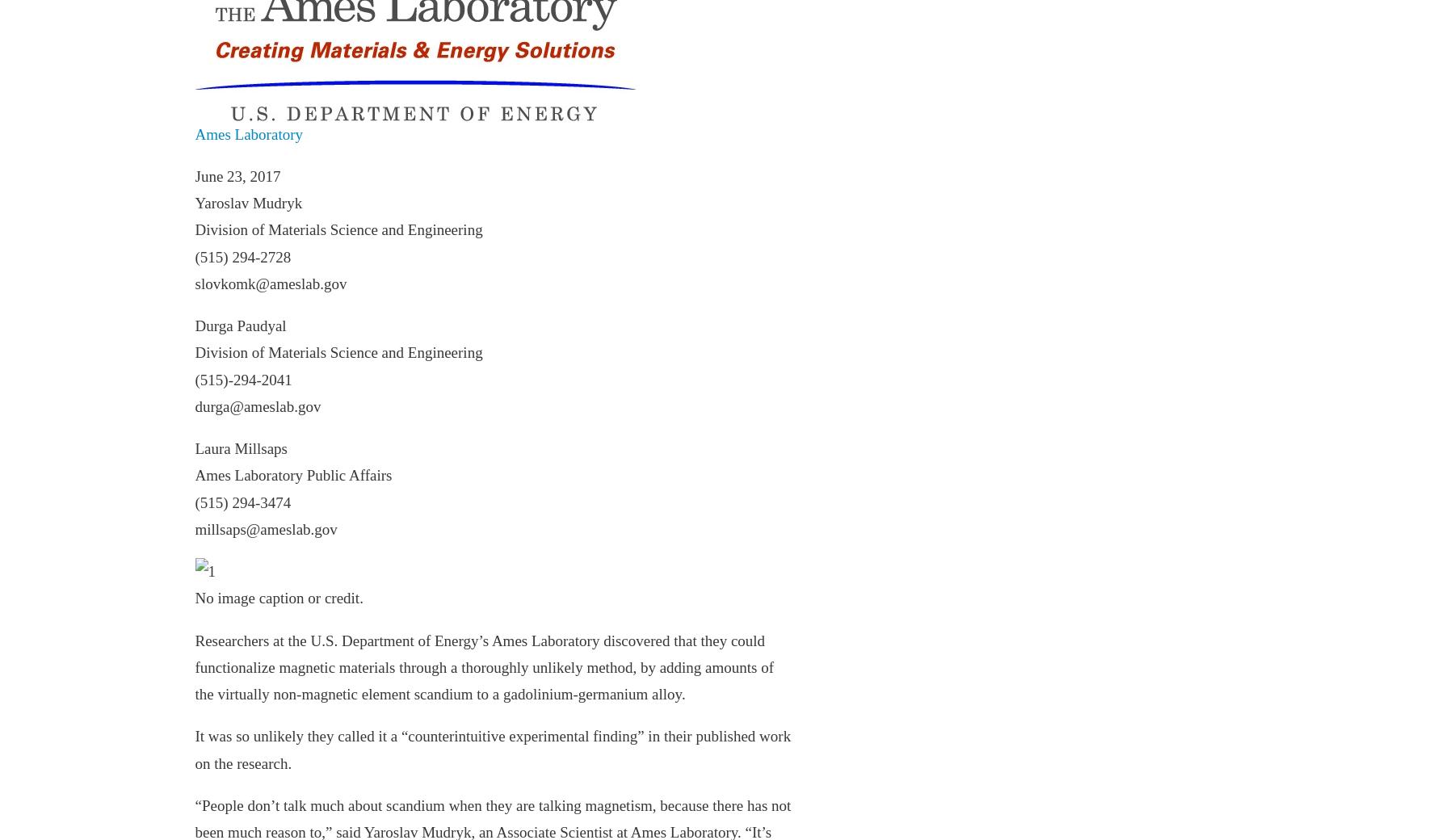 The width and height of the screenshot is (1454, 840). I want to click on 'millsaps@ameslab.gov', so click(265, 528).